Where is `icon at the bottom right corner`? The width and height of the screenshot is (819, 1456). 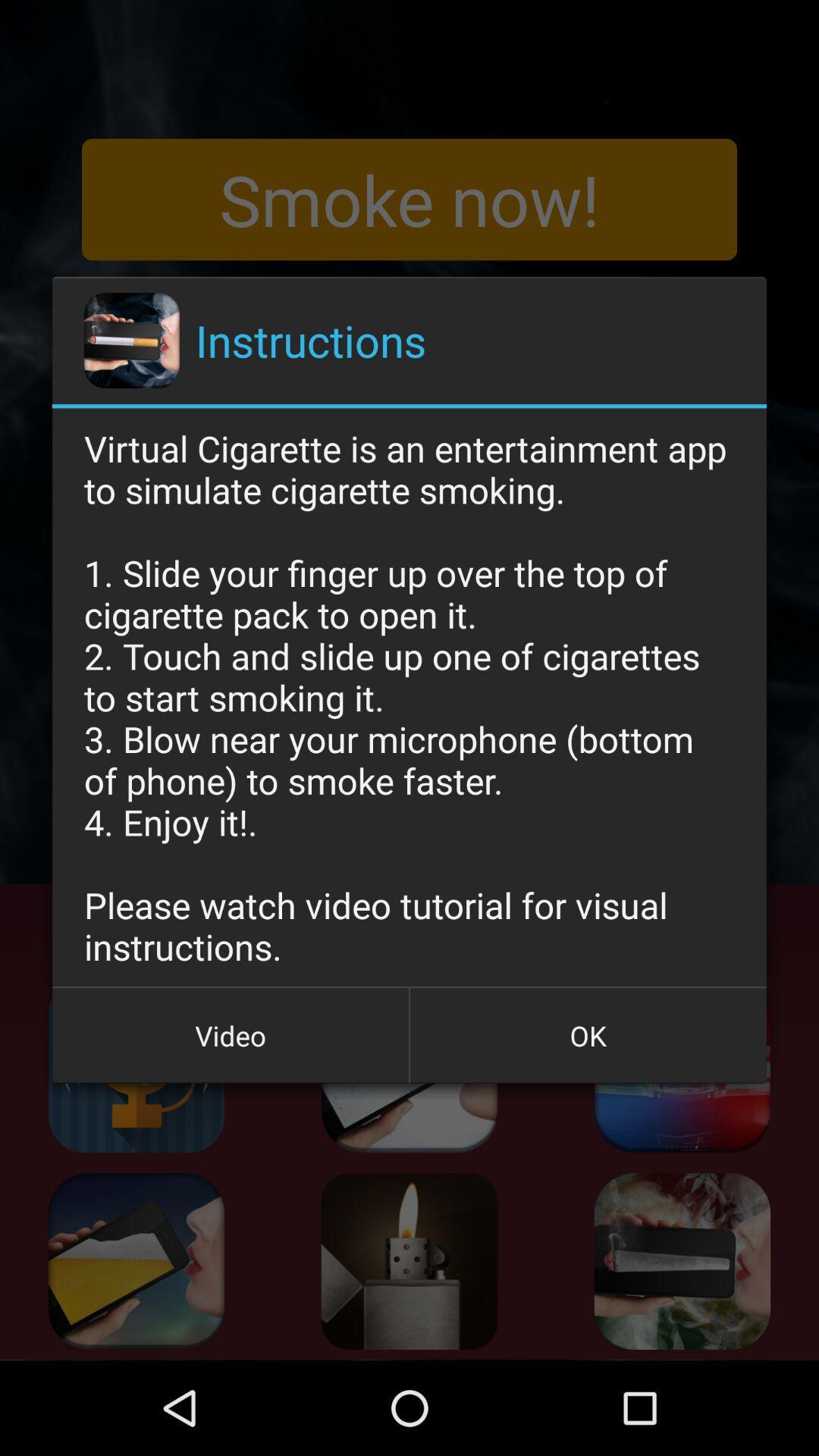 icon at the bottom right corner is located at coordinates (587, 1034).